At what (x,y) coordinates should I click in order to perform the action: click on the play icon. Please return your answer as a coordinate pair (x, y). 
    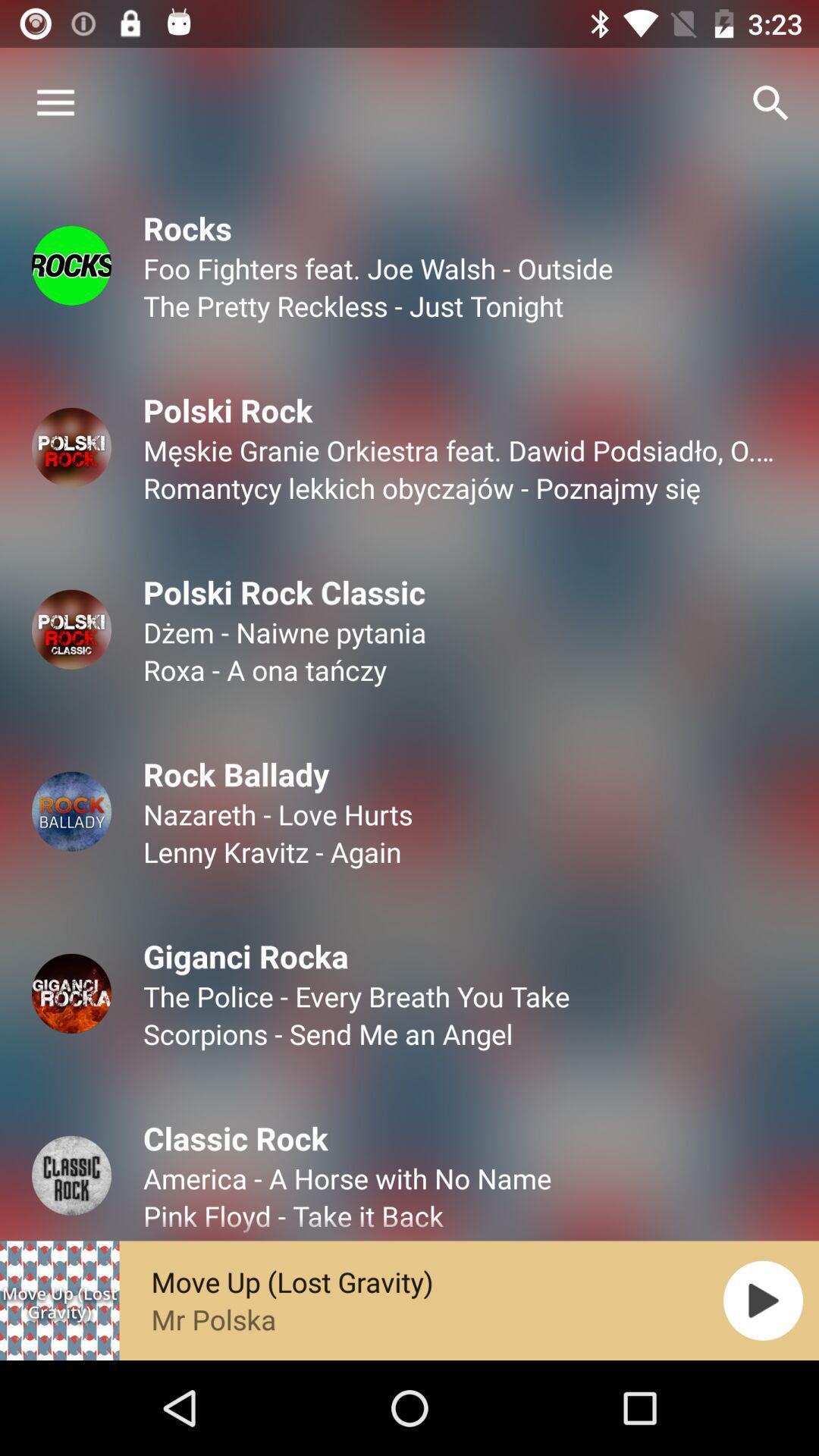
    Looking at the image, I should click on (763, 1300).